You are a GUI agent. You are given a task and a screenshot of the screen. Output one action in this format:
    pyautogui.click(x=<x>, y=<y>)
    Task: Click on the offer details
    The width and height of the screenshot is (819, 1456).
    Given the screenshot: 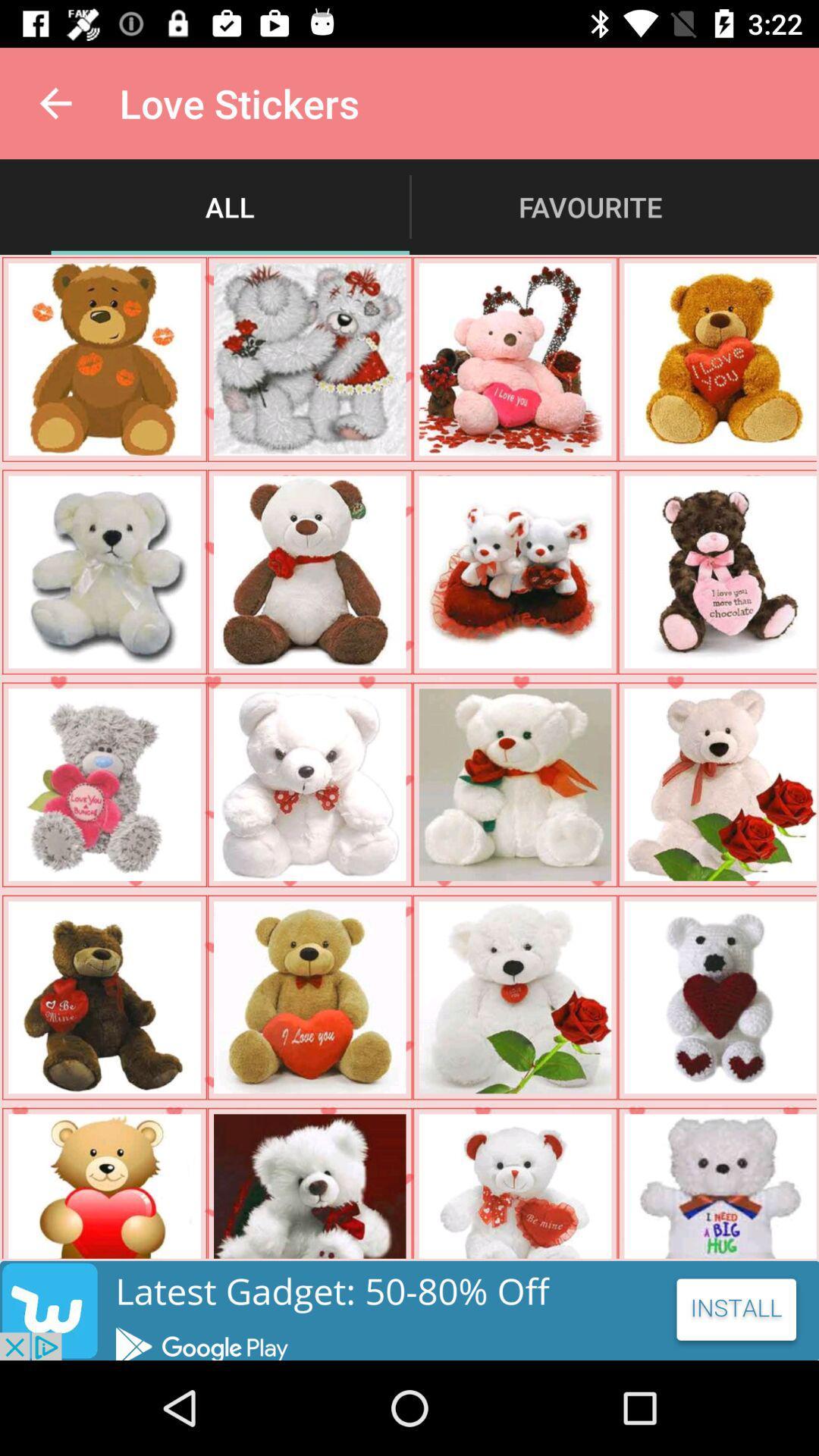 What is the action you would take?
    pyautogui.click(x=409, y=1310)
    